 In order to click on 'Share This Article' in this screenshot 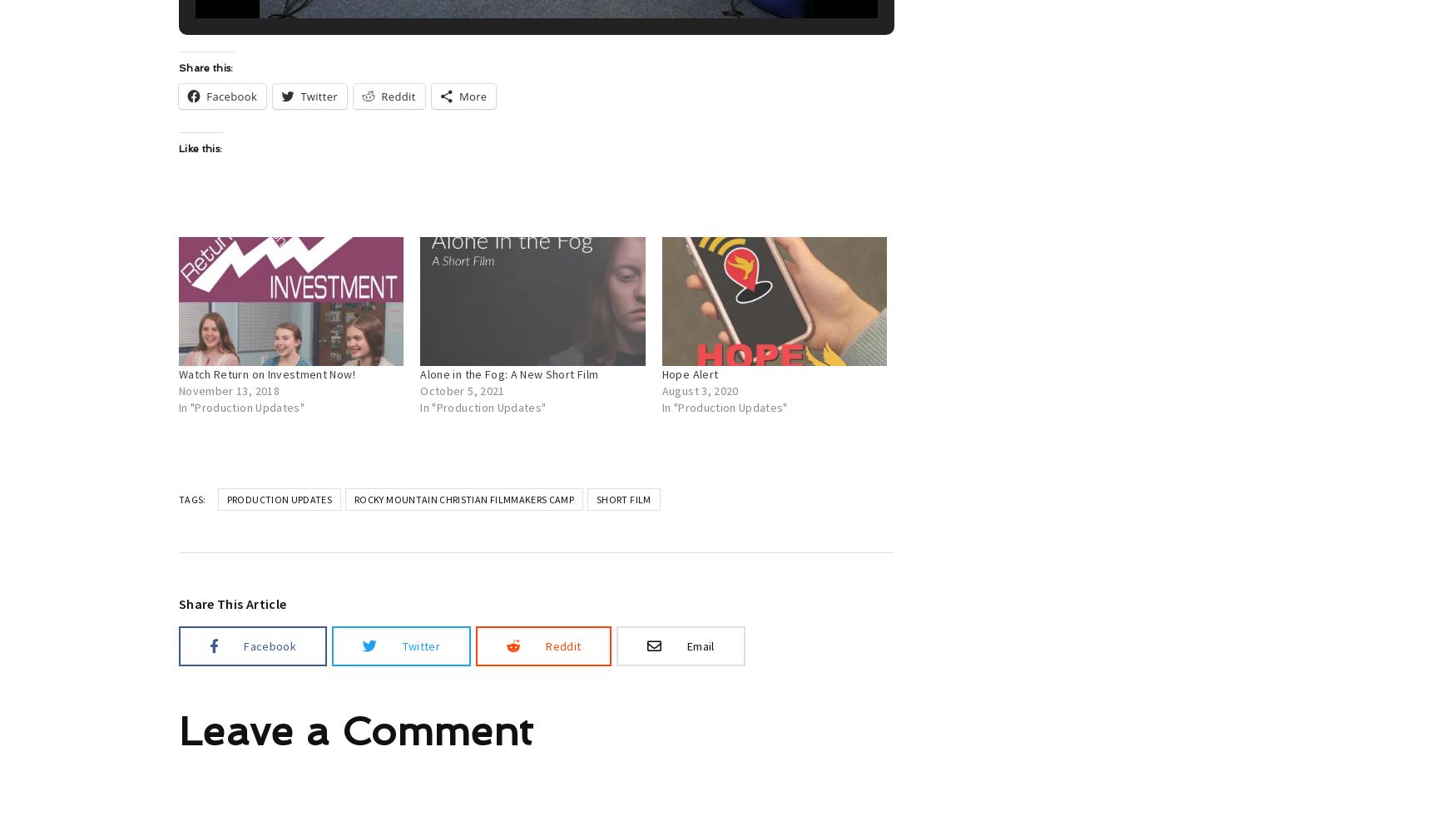, I will do `click(231, 603)`.